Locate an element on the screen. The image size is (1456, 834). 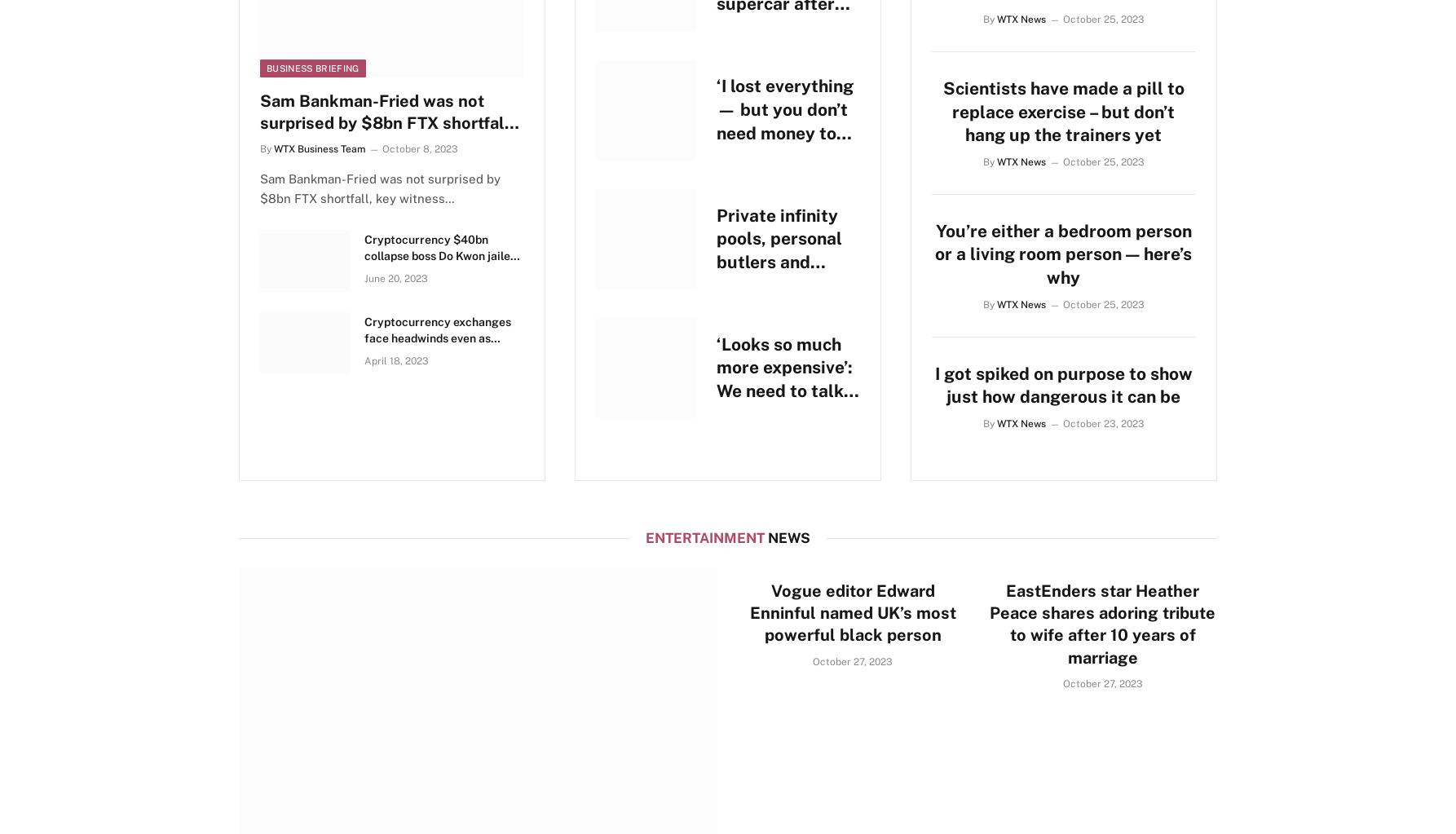
'Entertainment' is located at coordinates (644, 537).